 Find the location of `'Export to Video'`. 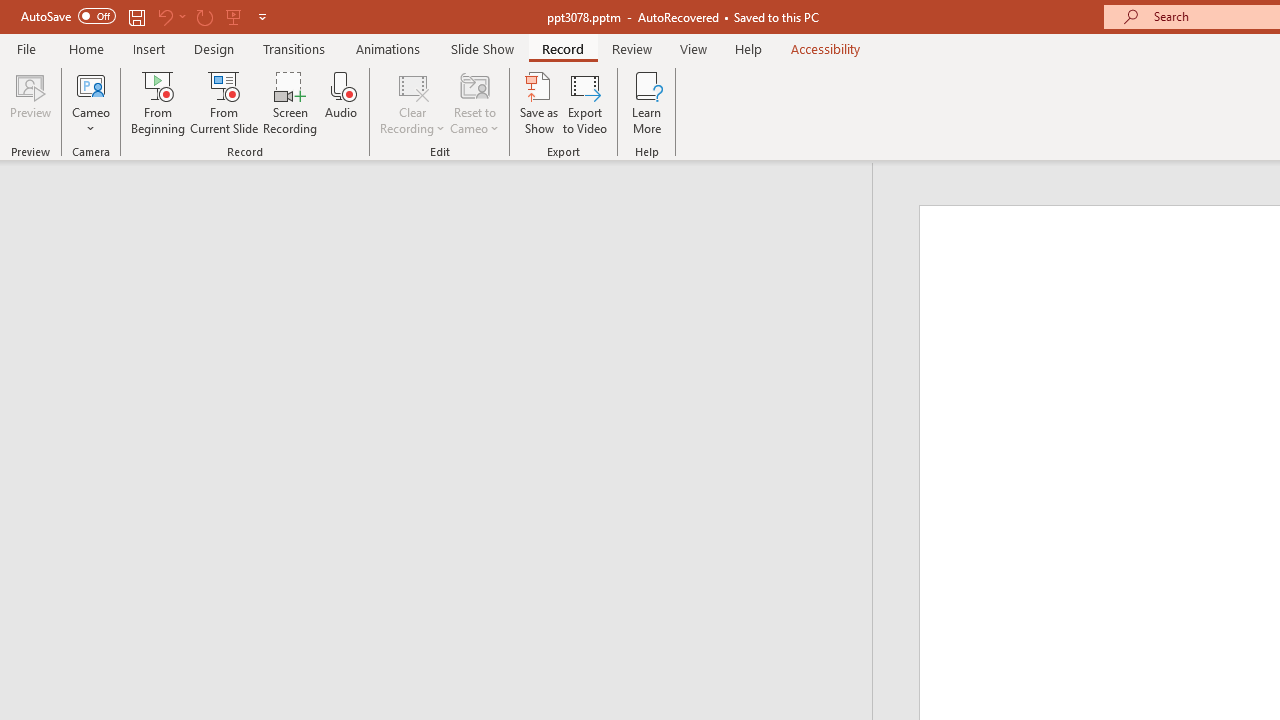

'Export to Video' is located at coordinates (584, 103).